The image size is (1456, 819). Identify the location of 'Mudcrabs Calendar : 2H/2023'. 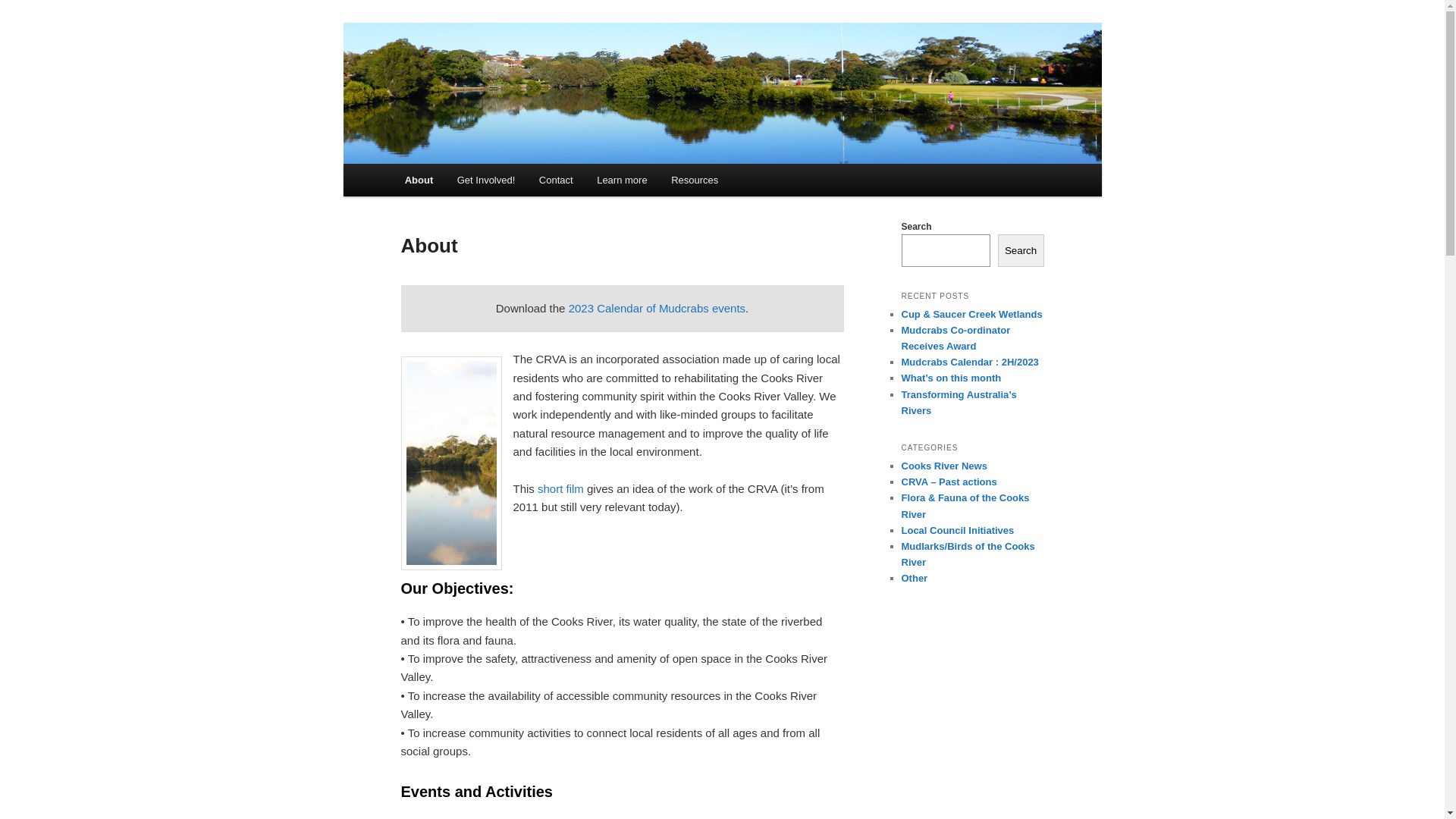
(968, 362).